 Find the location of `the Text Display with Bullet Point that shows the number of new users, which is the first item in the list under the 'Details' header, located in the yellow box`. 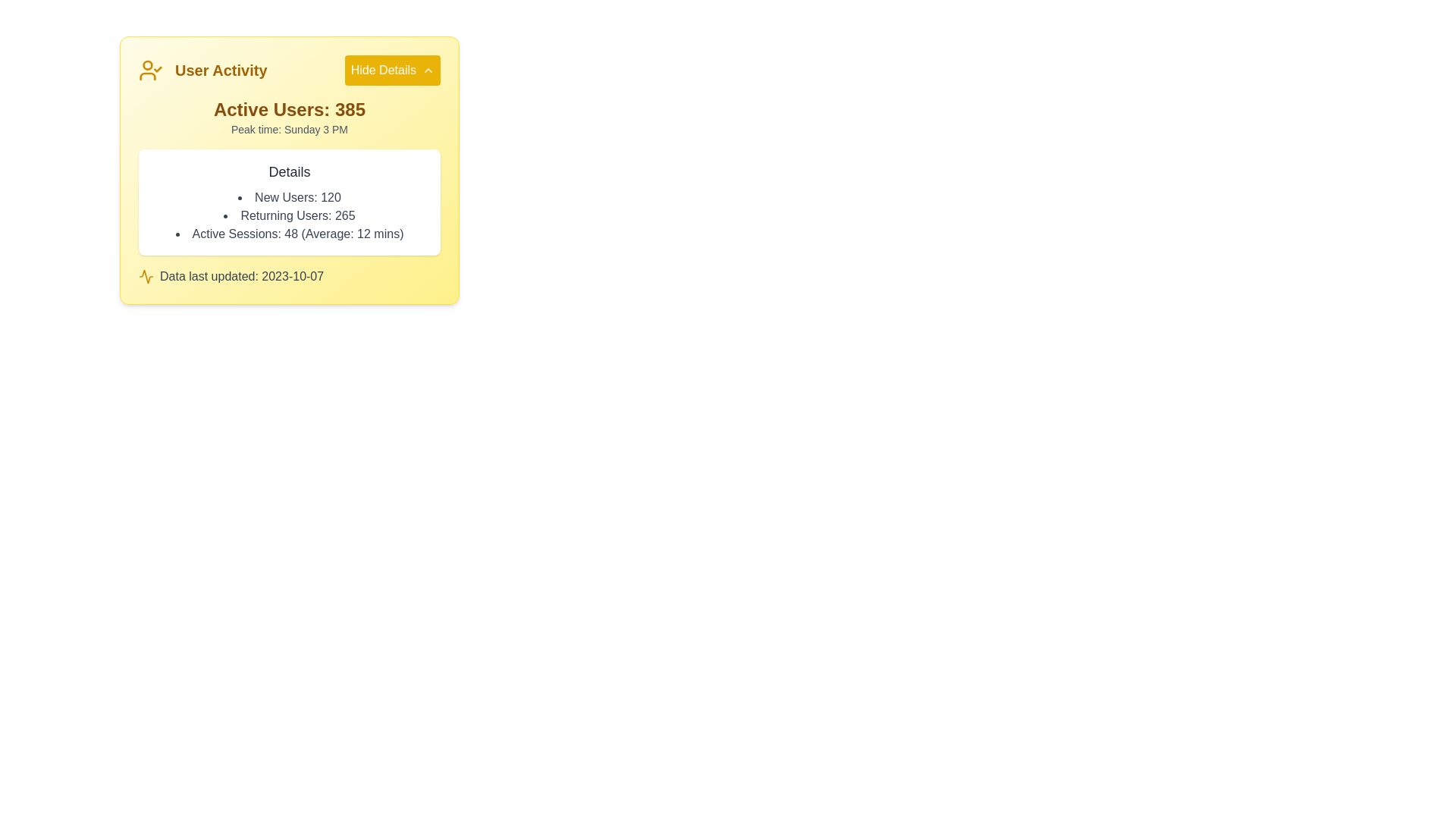

the Text Display with Bullet Point that shows the number of new users, which is the first item in the list under the 'Details' header, located in the yellow box is located at coordinates (290, 197).